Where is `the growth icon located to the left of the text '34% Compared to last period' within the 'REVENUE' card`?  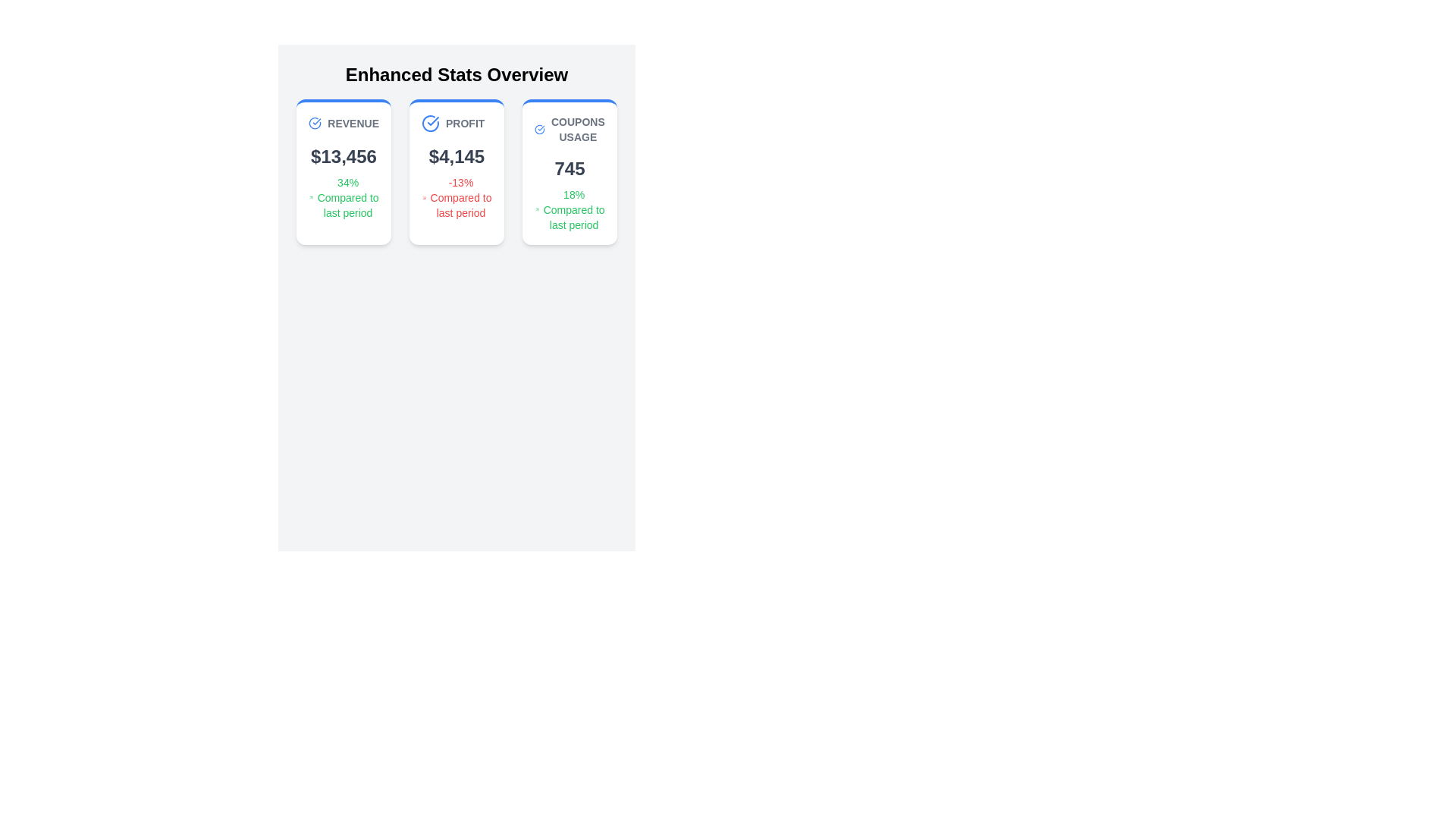
the growth icon located to the left of the text '34% Compared to last period' within the 'REVENUE' card is located at coordinates (310, 197).